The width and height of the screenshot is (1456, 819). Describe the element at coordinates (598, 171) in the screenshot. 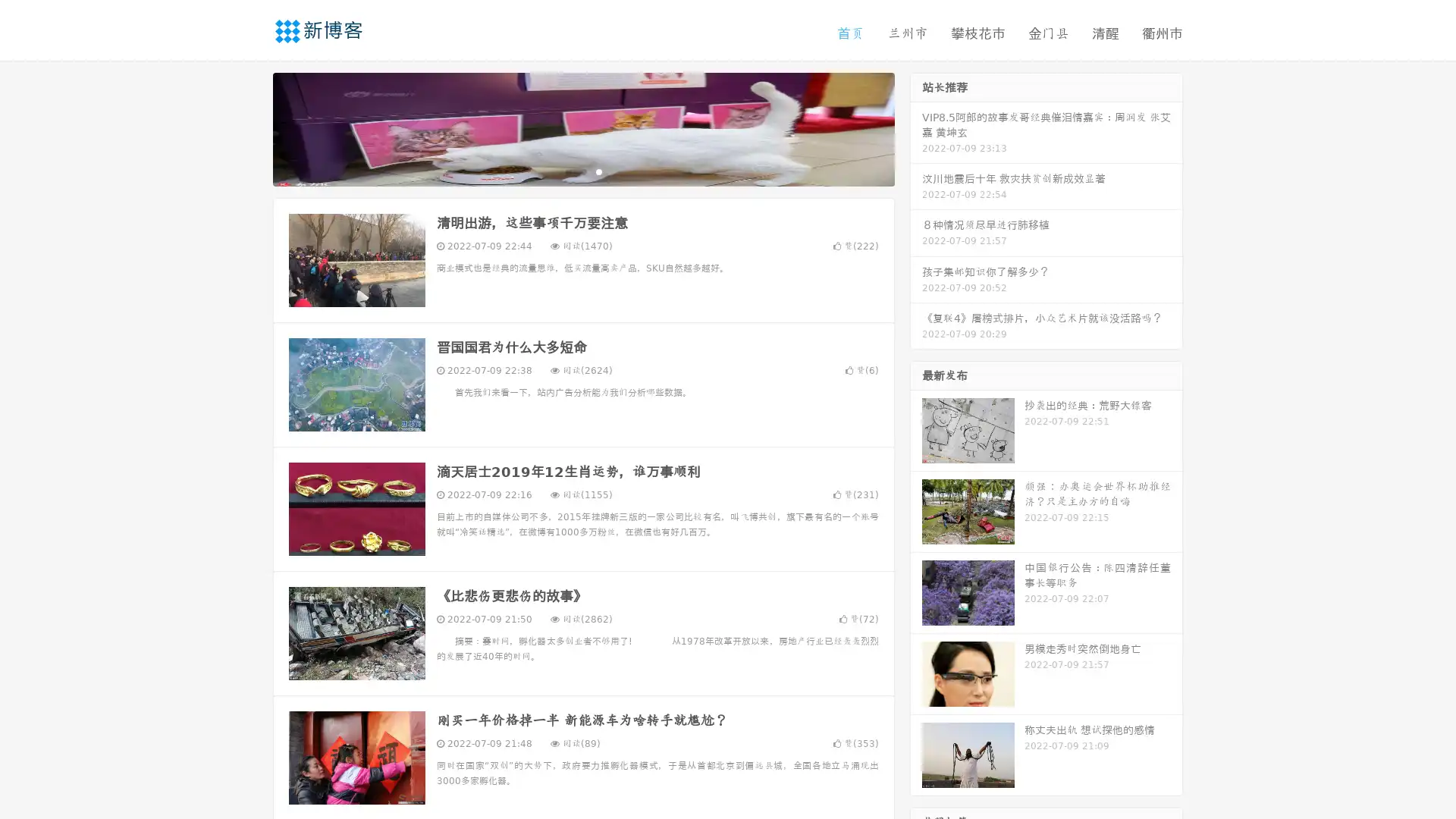

I see `Go to slide 3` at that location.